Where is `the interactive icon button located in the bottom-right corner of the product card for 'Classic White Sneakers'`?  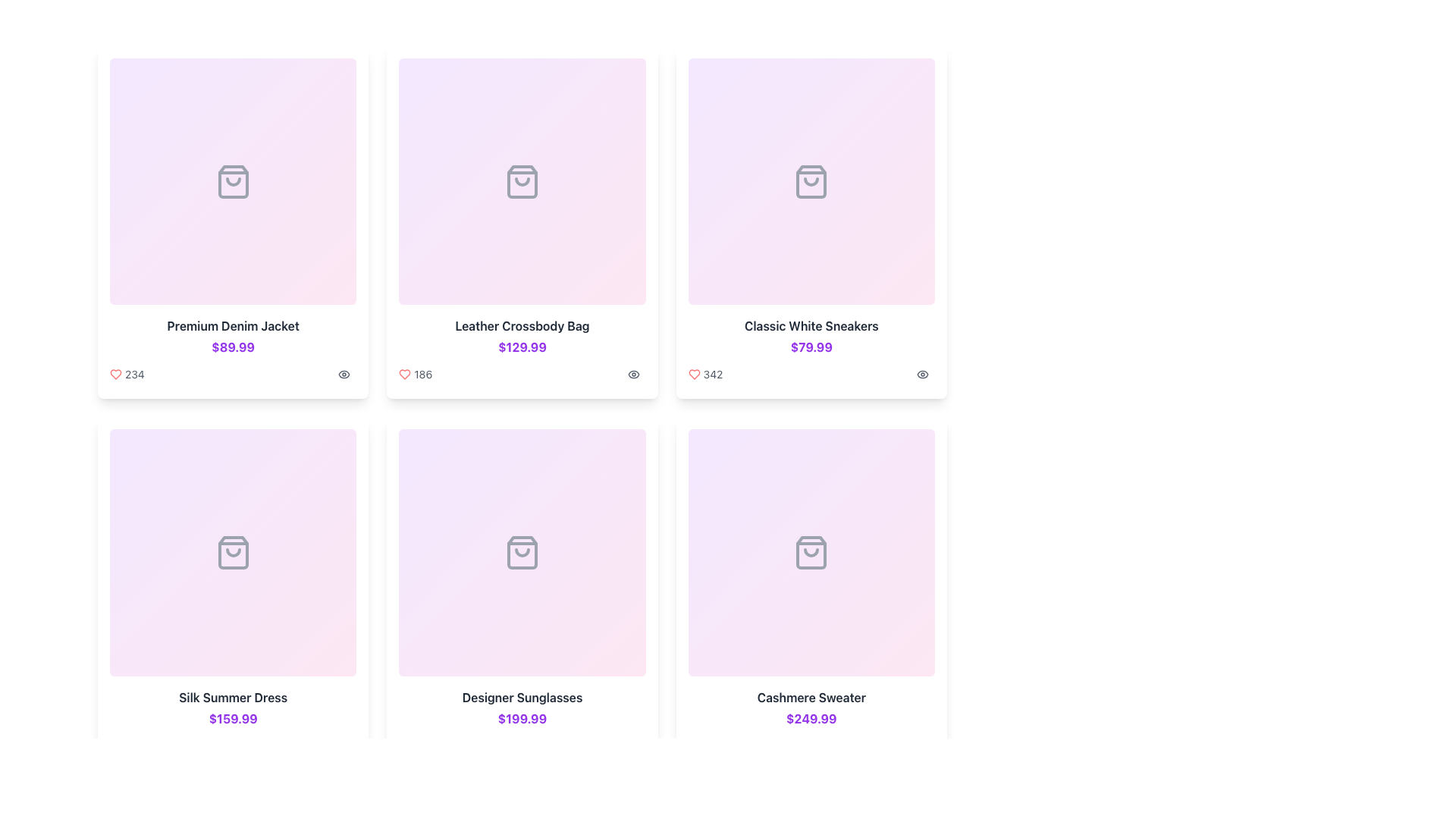 the interactive icon button located in the bottom-right corner of the product card for 'Classic White Sneakers' is located at coordinates (922, 374).